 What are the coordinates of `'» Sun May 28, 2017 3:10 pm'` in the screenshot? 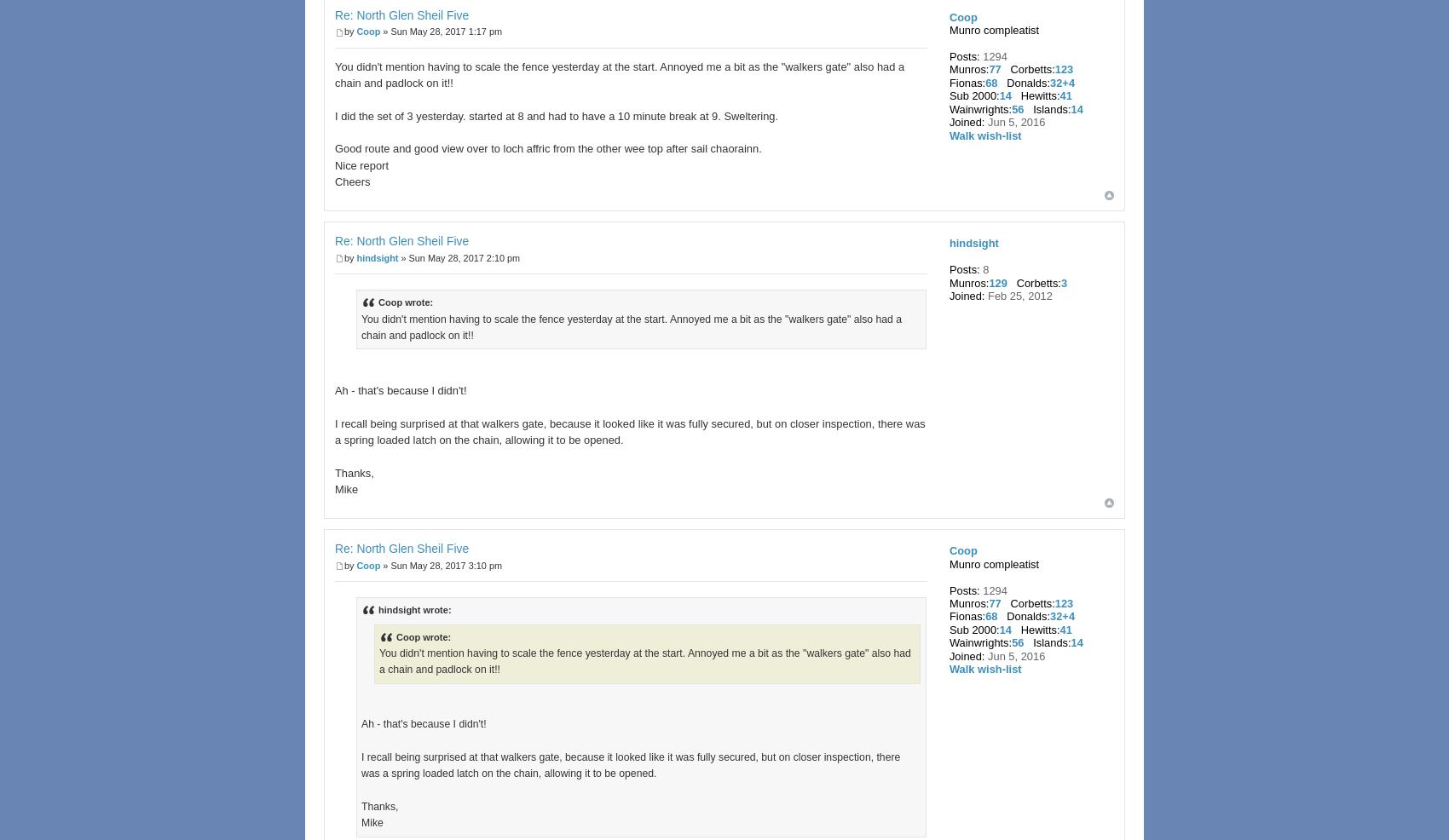 It's located at (441, 563).